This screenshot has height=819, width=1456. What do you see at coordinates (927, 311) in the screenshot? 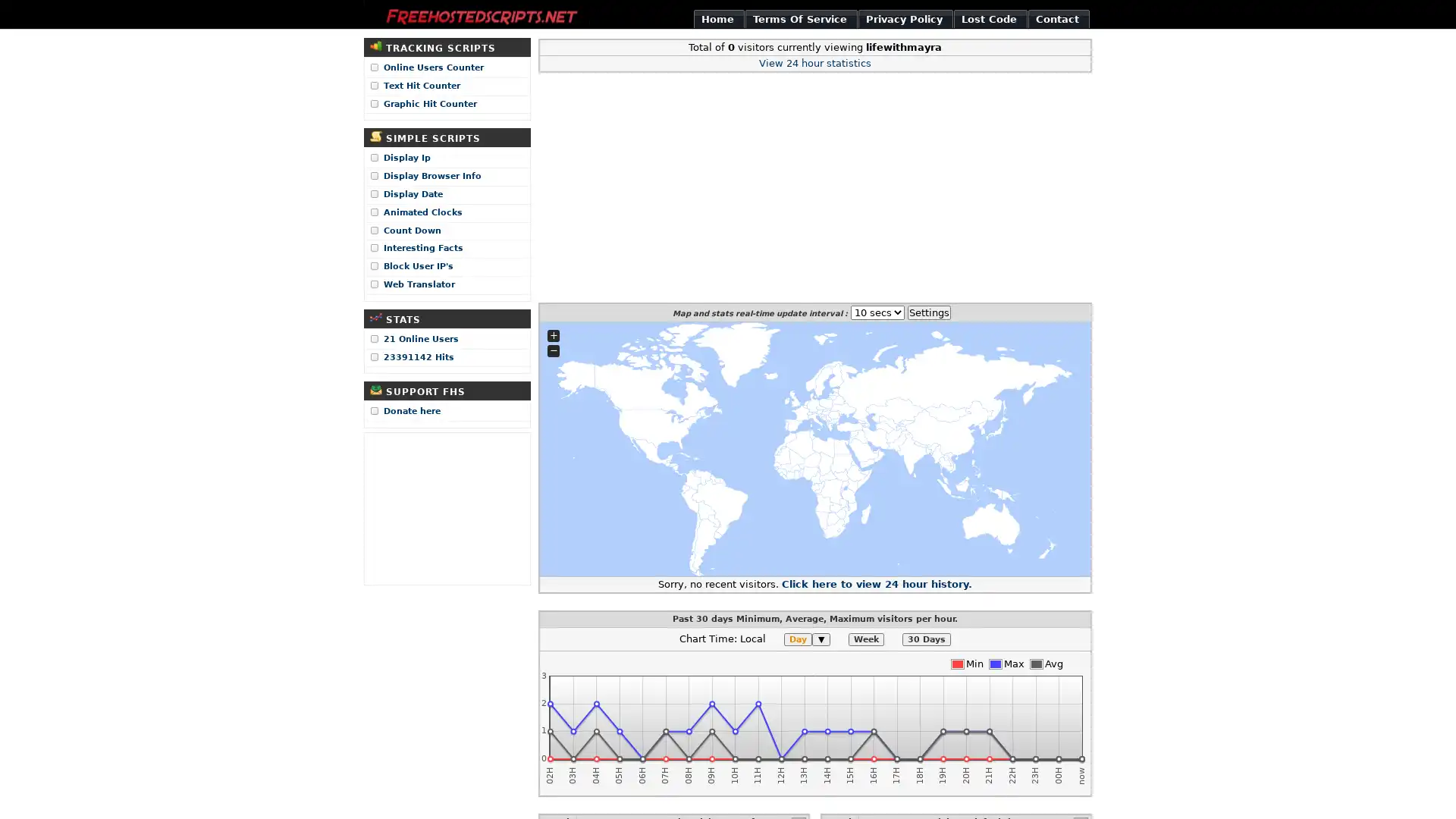
I see `Settings` at bounding box center [927, 311].